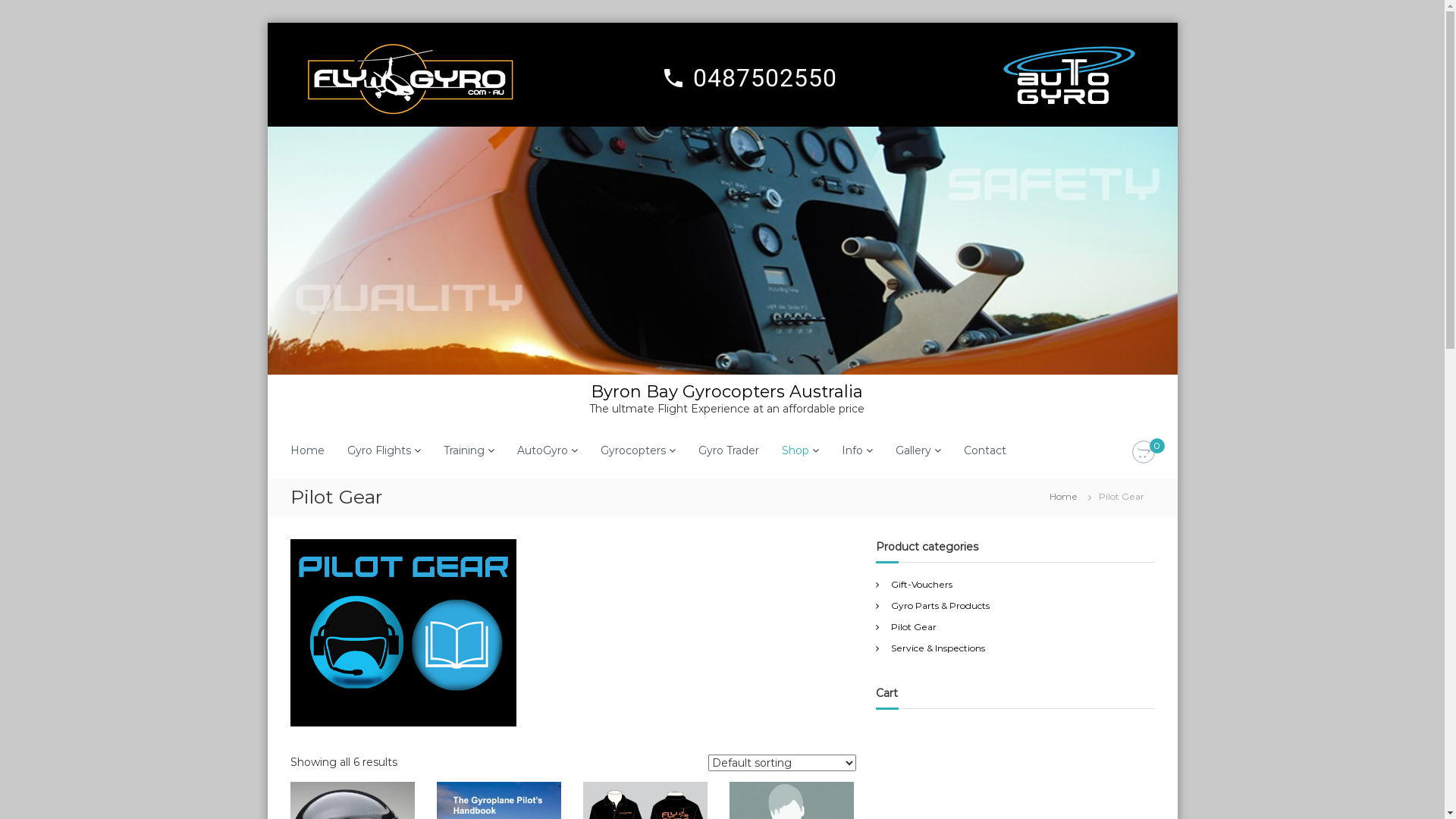 This screenshot has height=819, width=1456. Describe the element at coordinates (1143, 452) in the screenshot. I see `'0'` at that location.